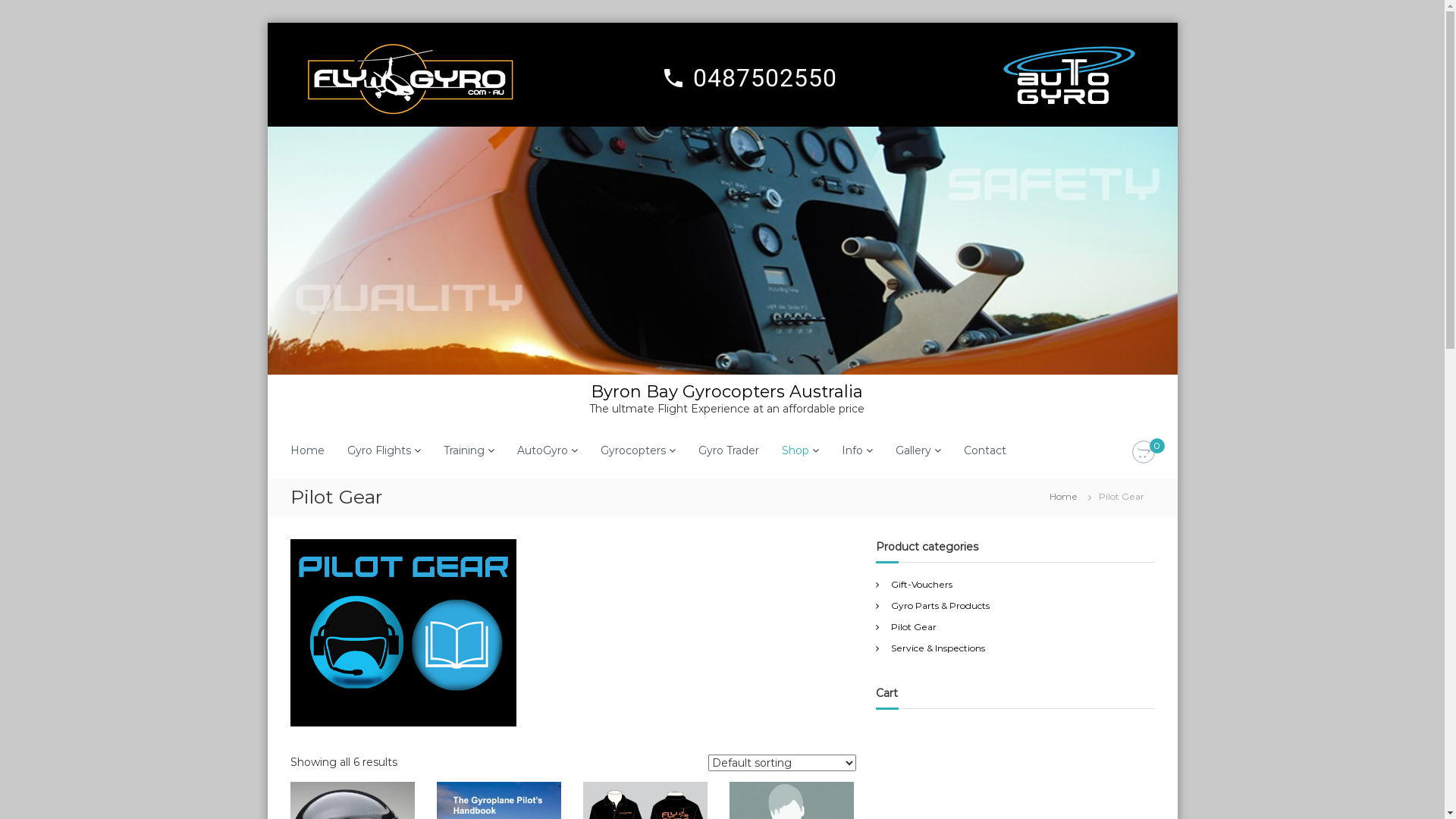 This screenshot has height=819, width=1456. Describe the element at coordinates (1143, 452) in the screenshot. I see `'0'` at that location.